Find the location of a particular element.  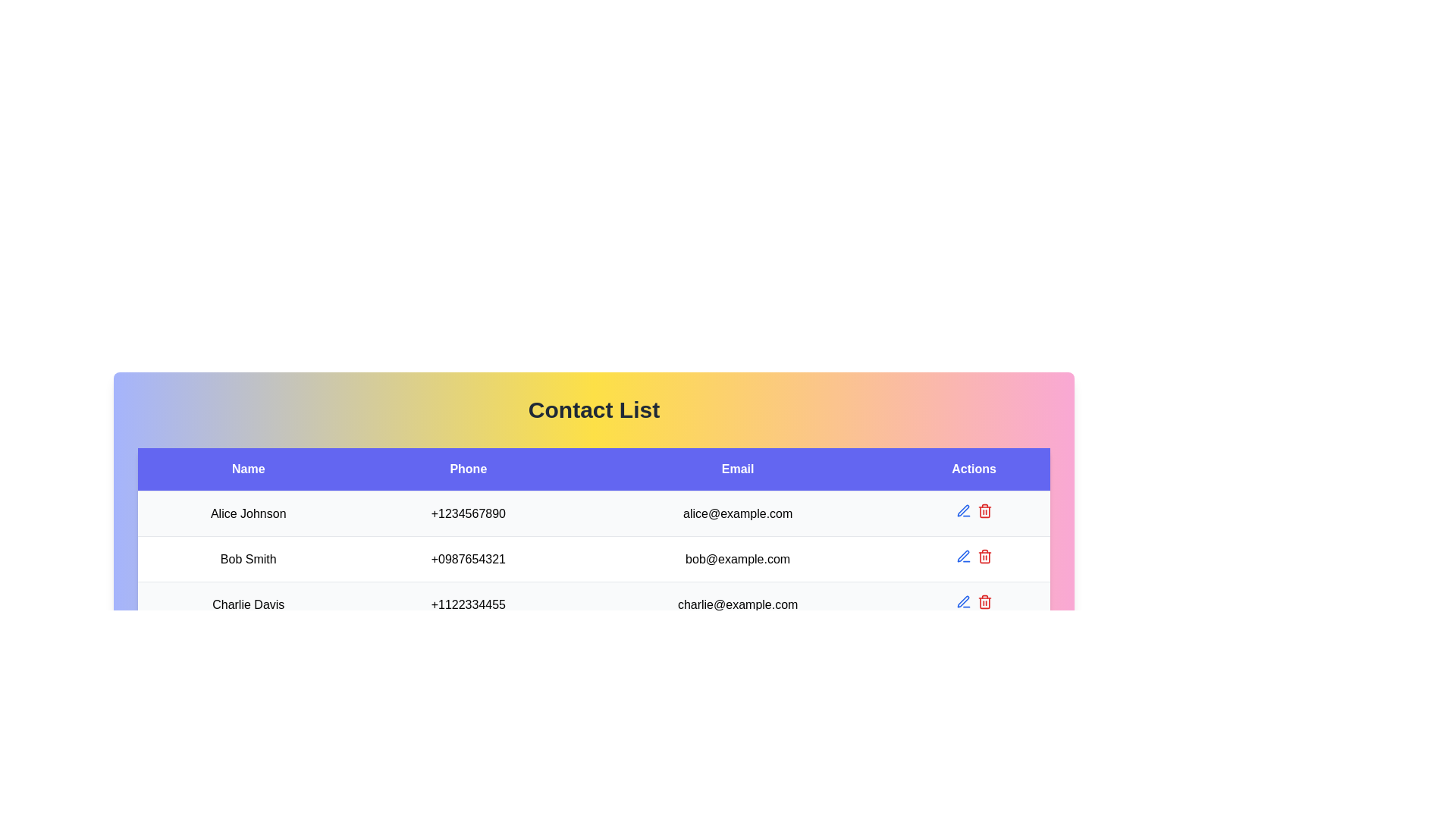

the 'Actions' table header cell, which is a rectangular region with a blue background and white text, to focus on it is located at coordinates (974, 469).